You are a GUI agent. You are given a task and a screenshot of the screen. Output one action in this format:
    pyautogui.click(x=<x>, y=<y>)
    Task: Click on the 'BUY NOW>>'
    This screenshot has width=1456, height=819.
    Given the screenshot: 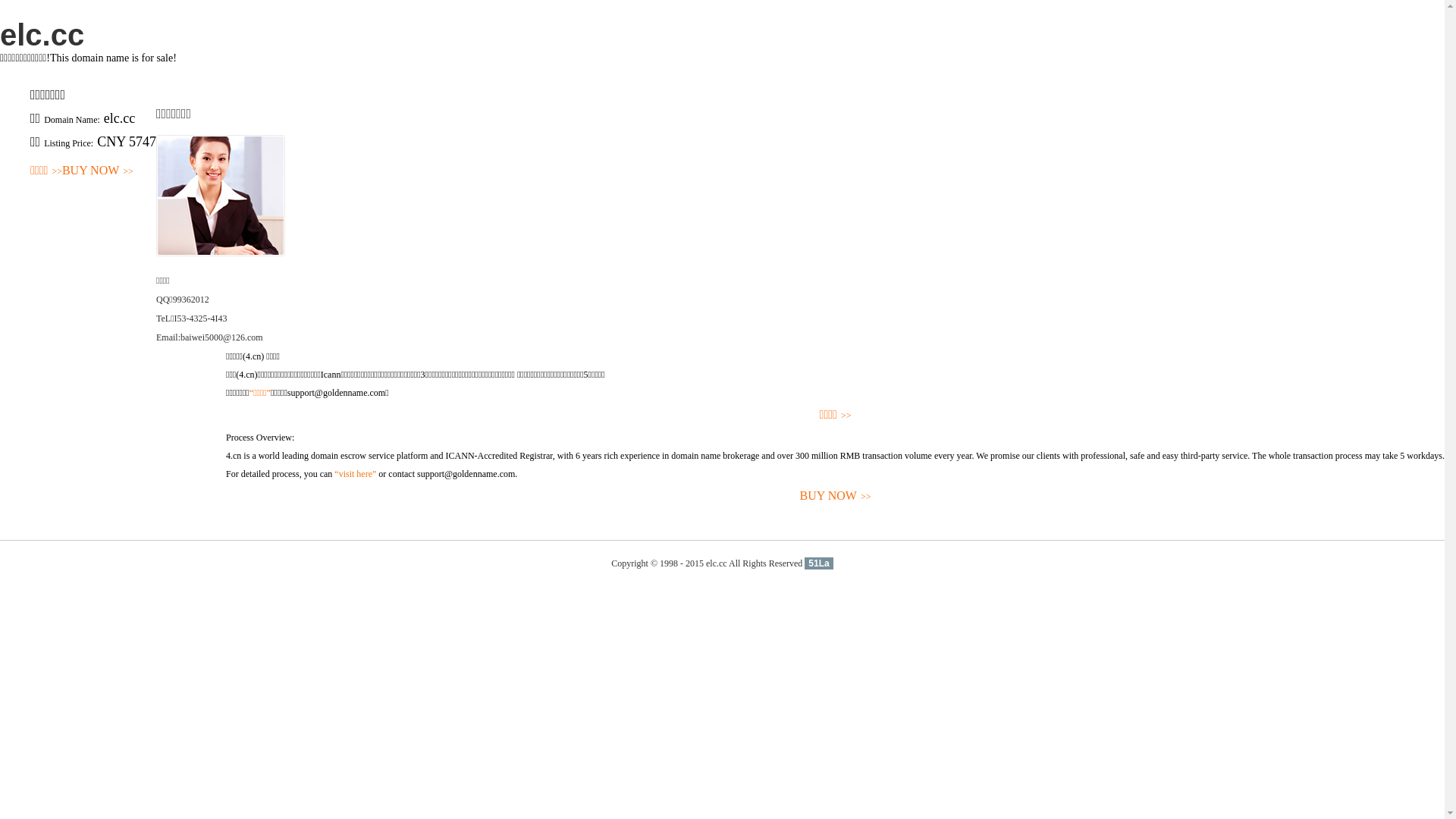 What is the action you would take?
    pyautogui.click(x=97, y=171)
    